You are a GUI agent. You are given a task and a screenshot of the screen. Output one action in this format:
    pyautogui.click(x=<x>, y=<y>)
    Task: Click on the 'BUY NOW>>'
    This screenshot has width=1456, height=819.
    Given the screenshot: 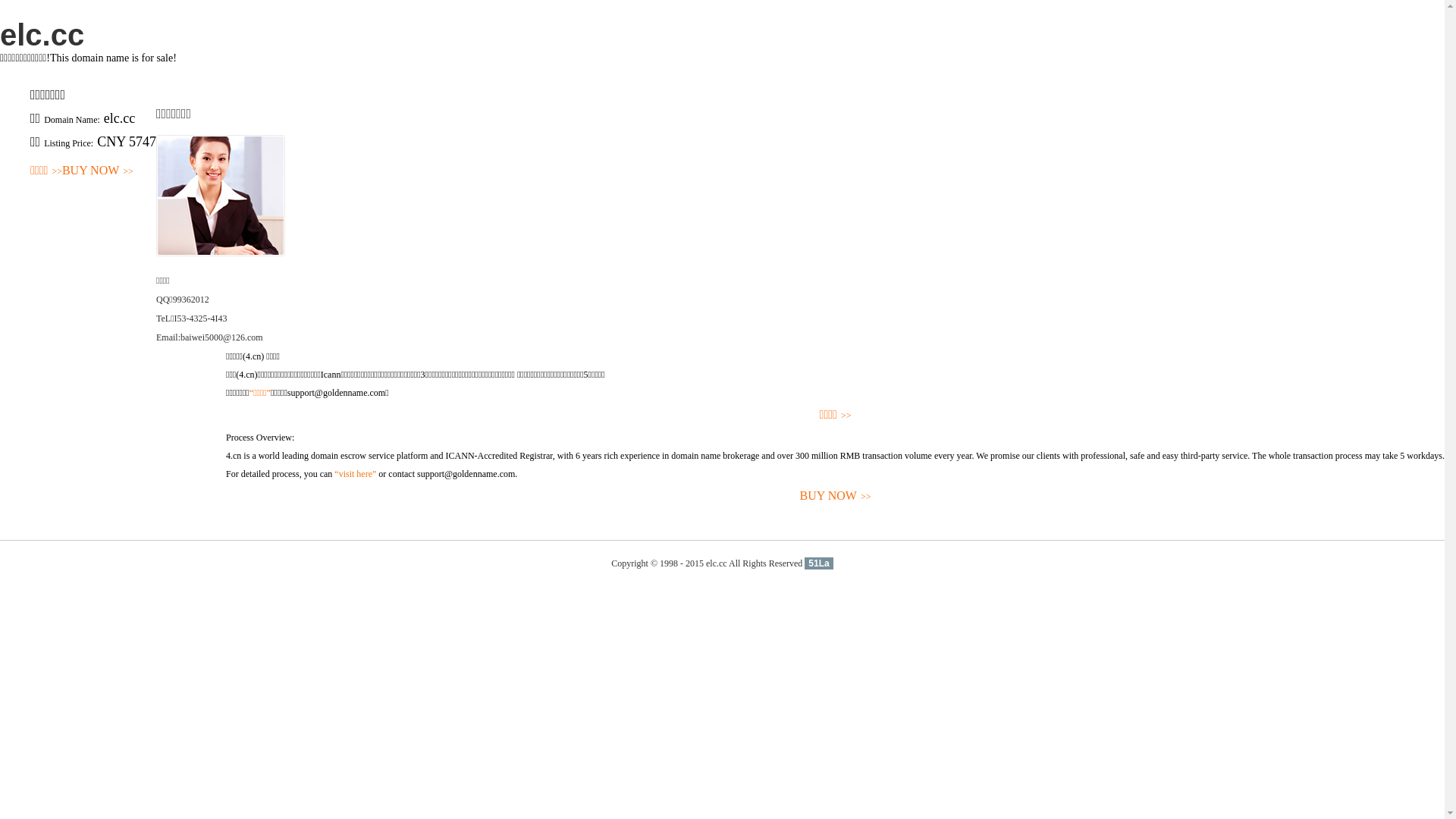 What is the action you would take?
    pyautogui.click(x=97, y=171)
    